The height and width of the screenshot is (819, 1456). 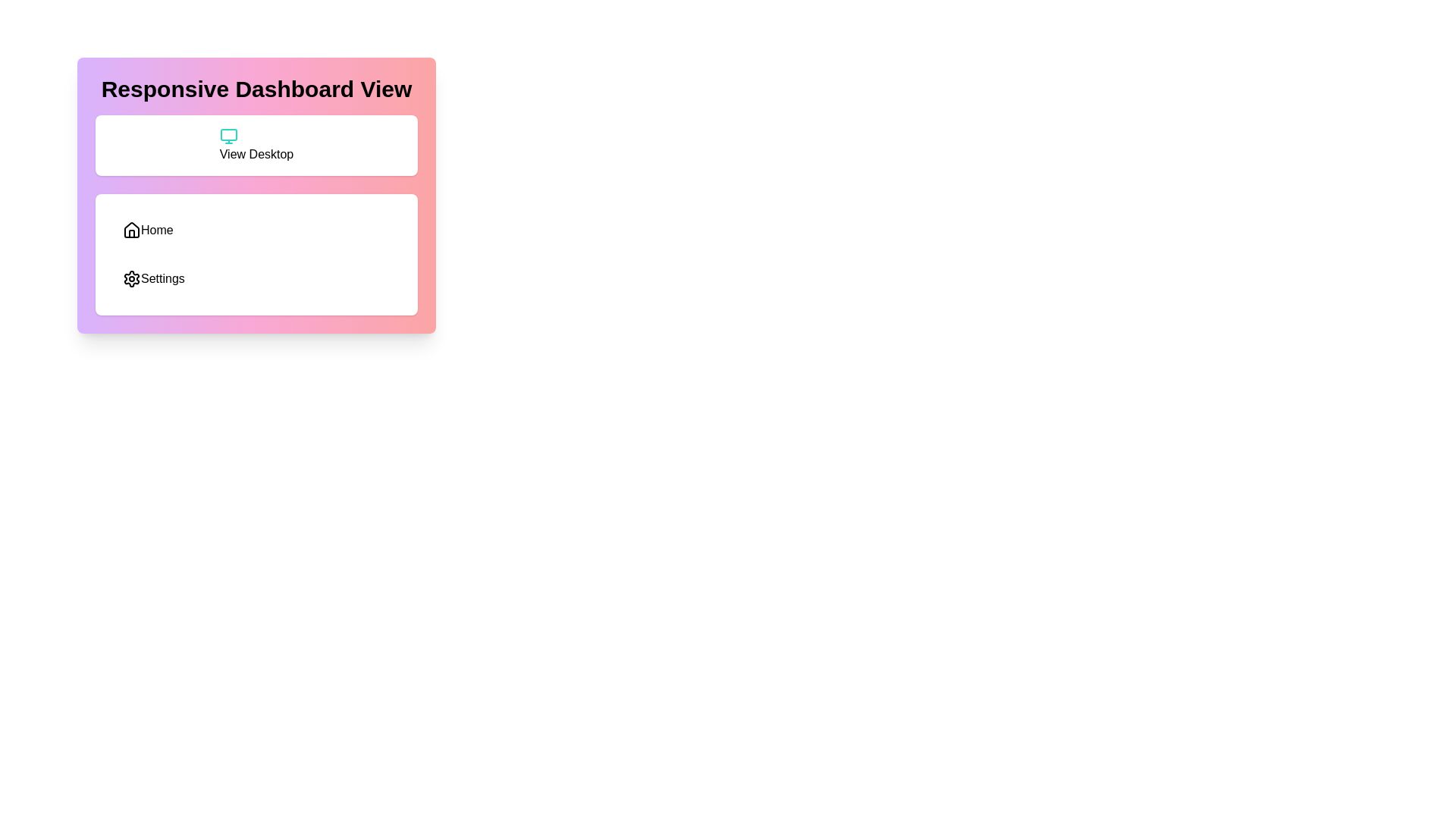 I want to click on the 'View Desktop' text label, which is a bold, center-aligned label, so click(x=256, y=155).